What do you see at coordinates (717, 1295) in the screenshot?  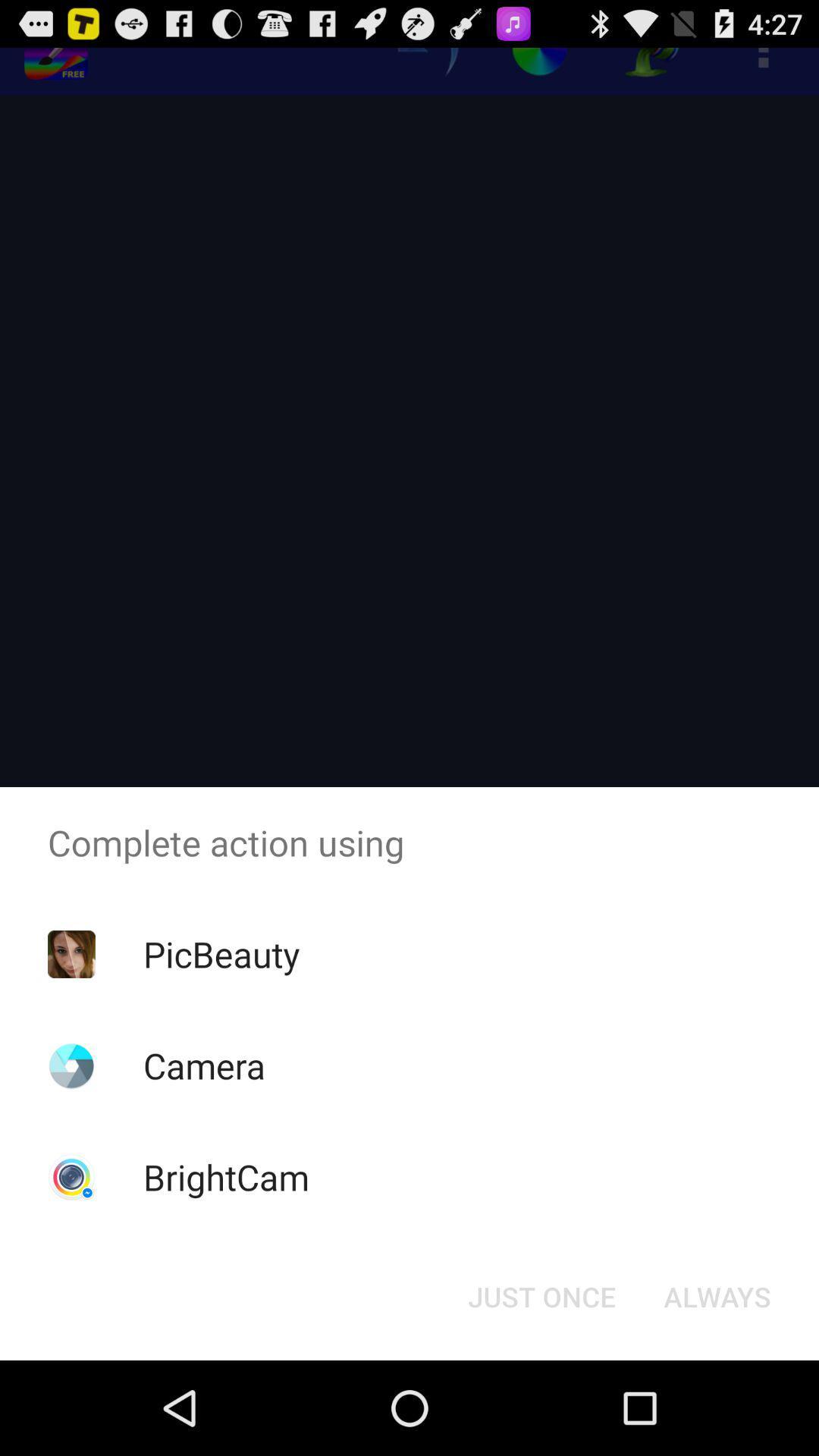 I see `item at the bottom right corner` at bounding box center [717, 1295].